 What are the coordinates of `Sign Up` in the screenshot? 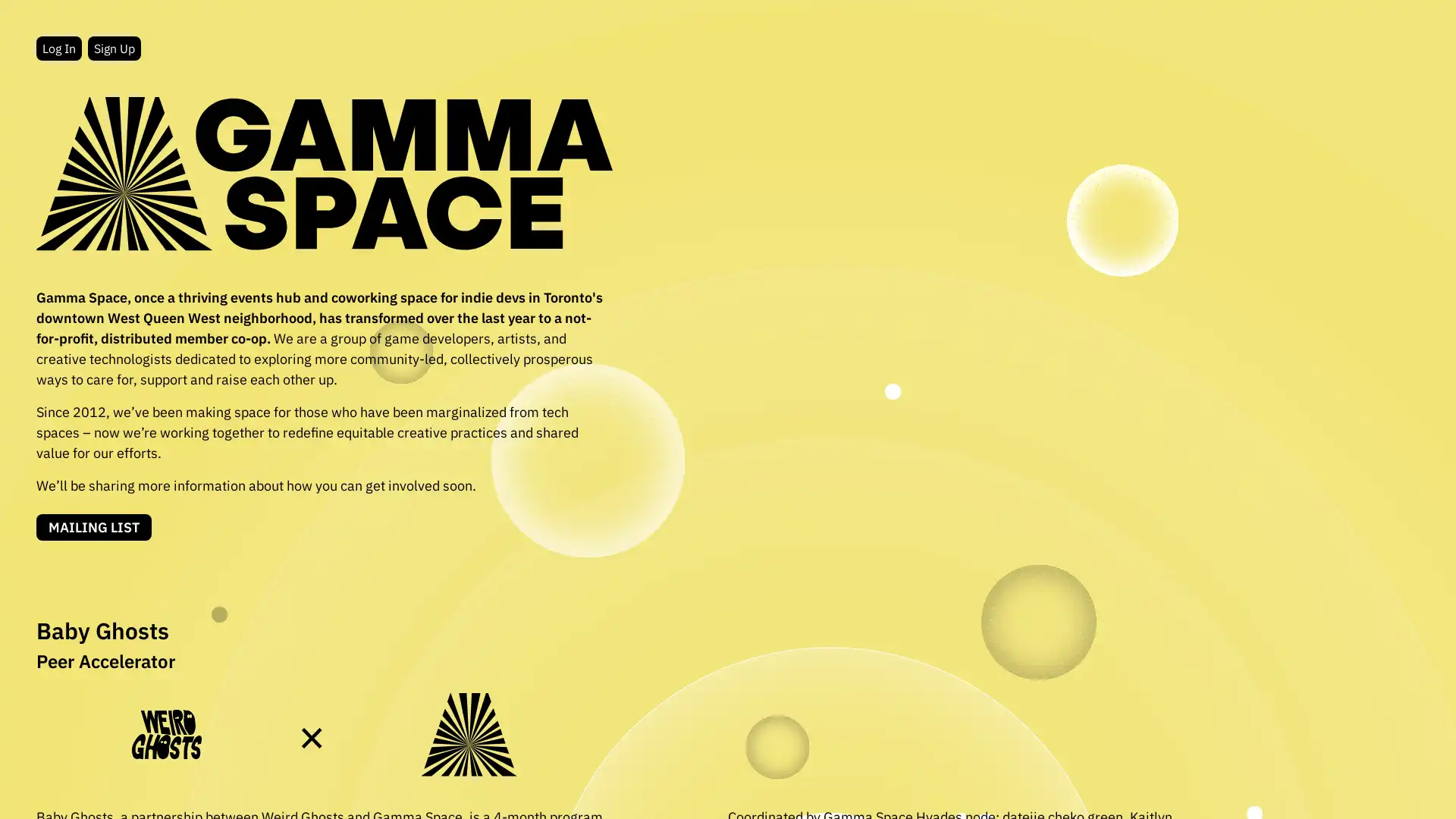 It's located at (113, 48).